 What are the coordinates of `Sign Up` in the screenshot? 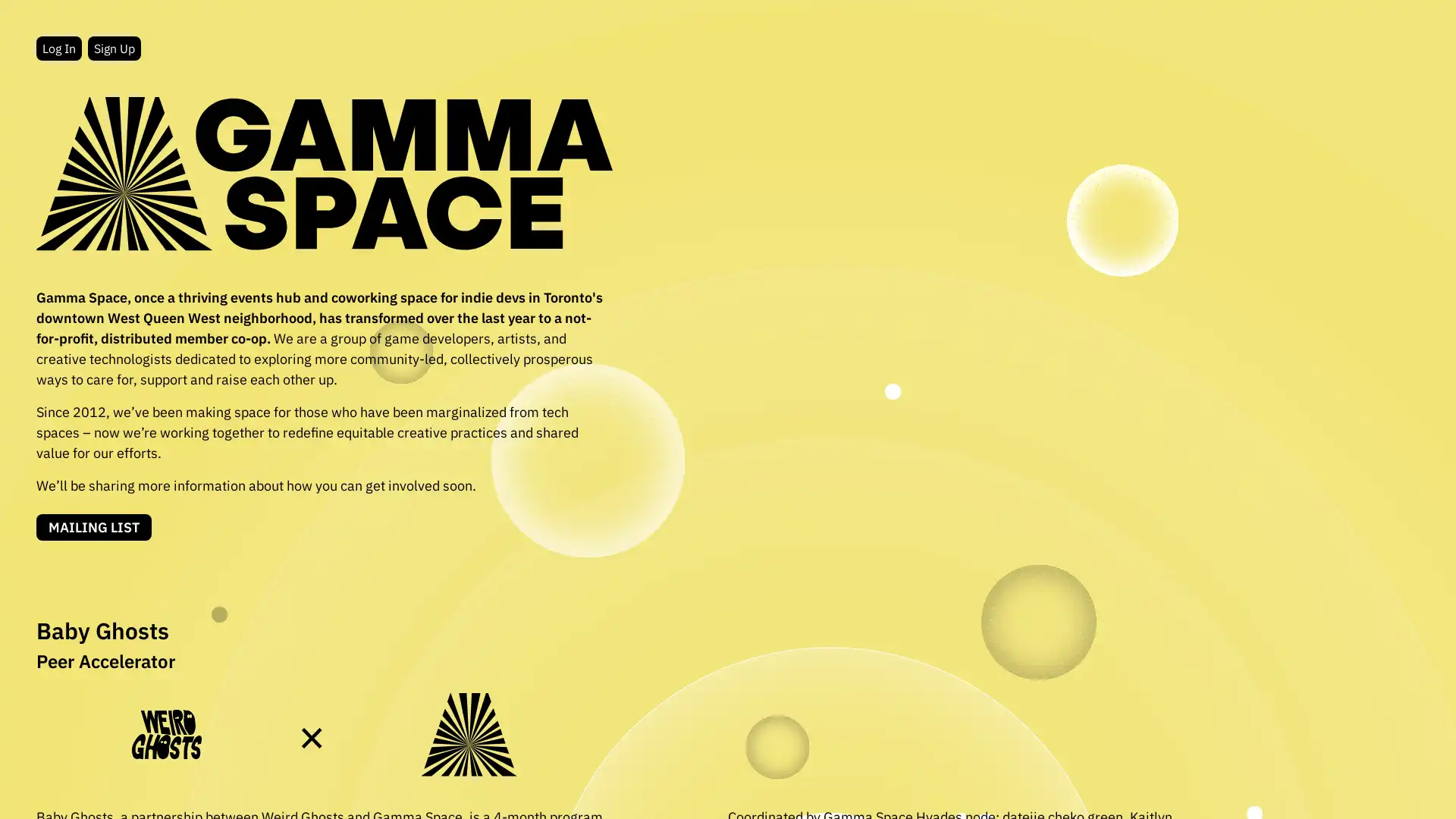 It's located at (113, 48).